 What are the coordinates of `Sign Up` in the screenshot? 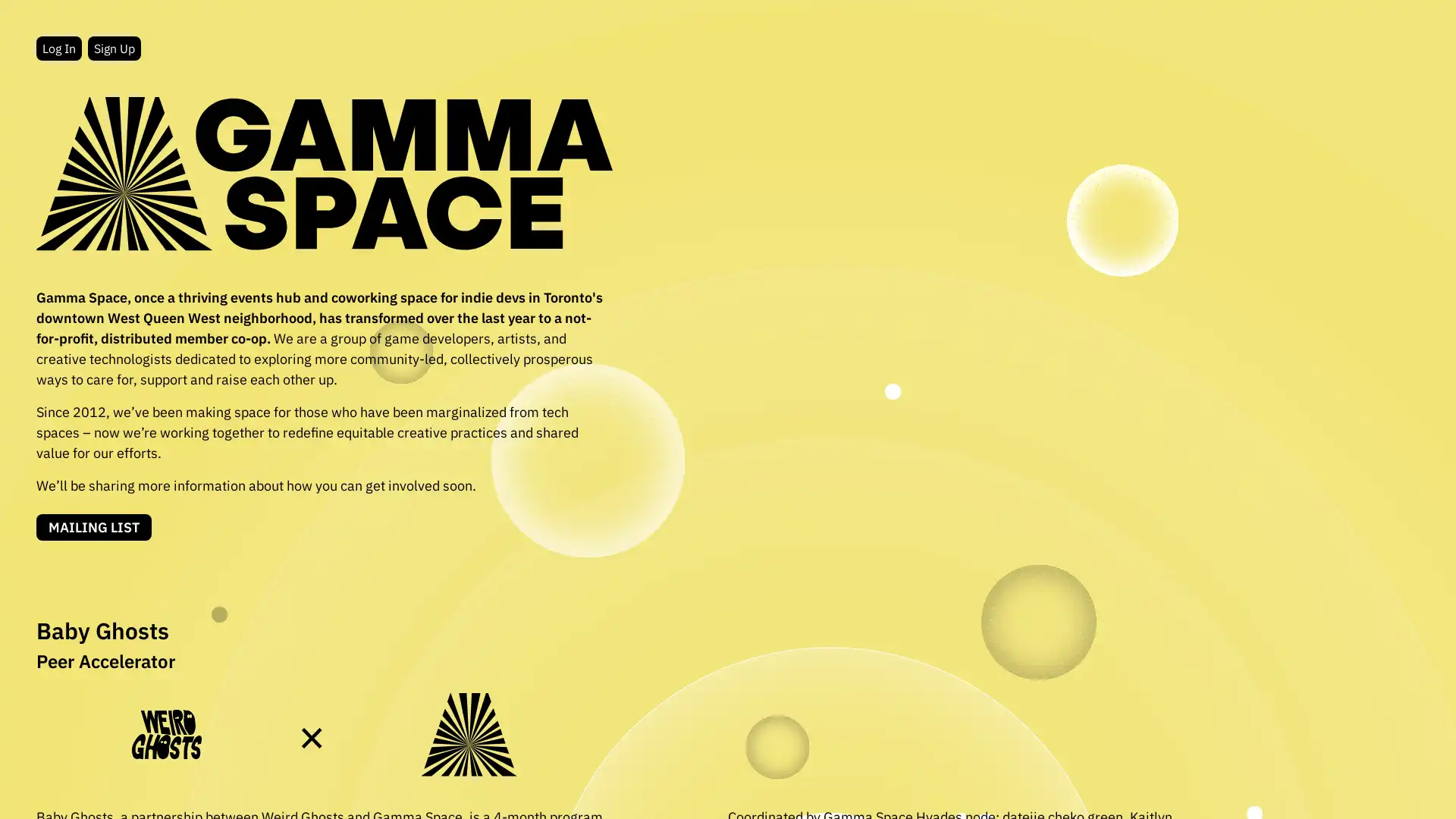 It's located at (113, 48).